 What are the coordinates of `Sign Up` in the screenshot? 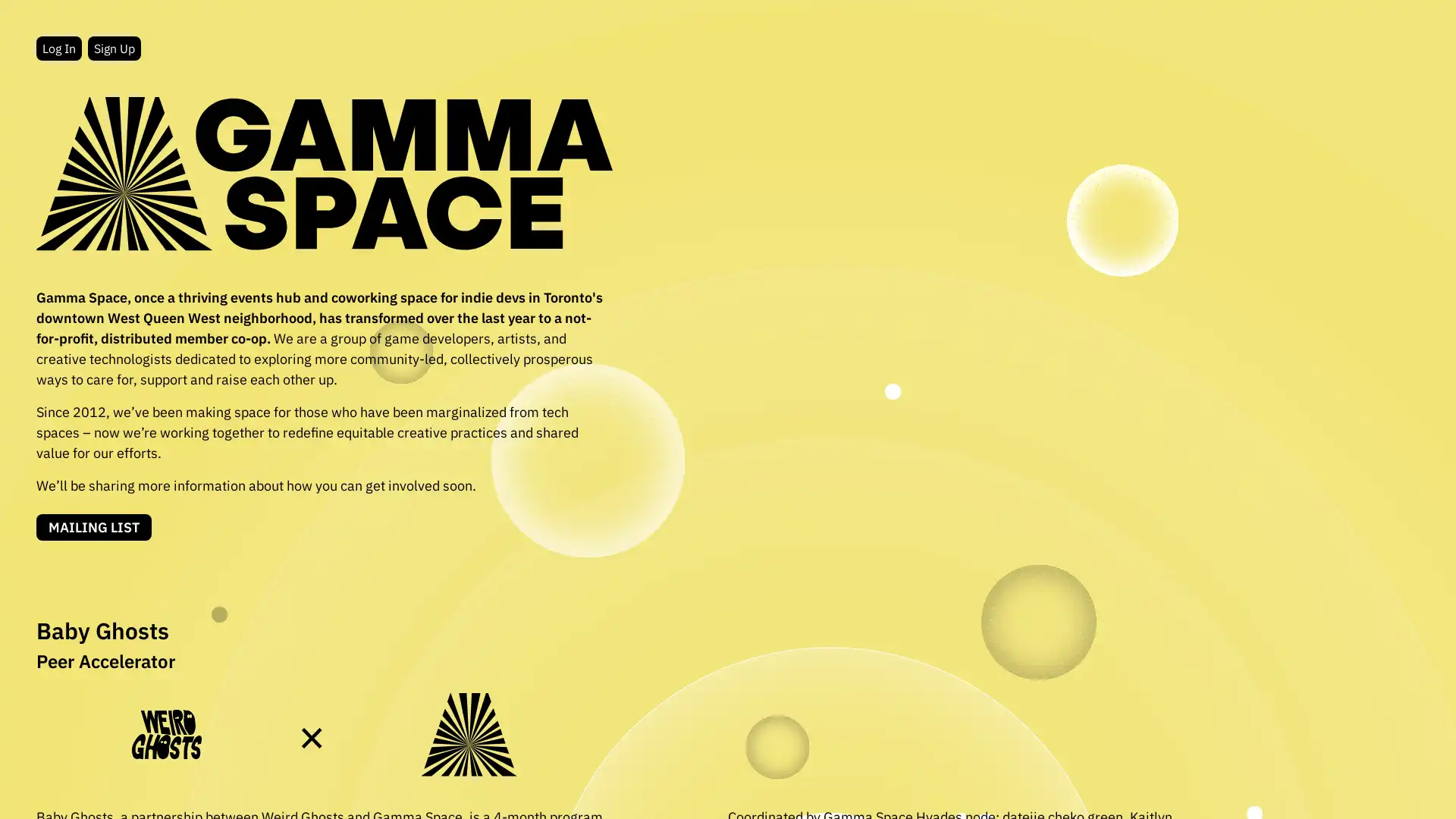 It's located at (113, 48).